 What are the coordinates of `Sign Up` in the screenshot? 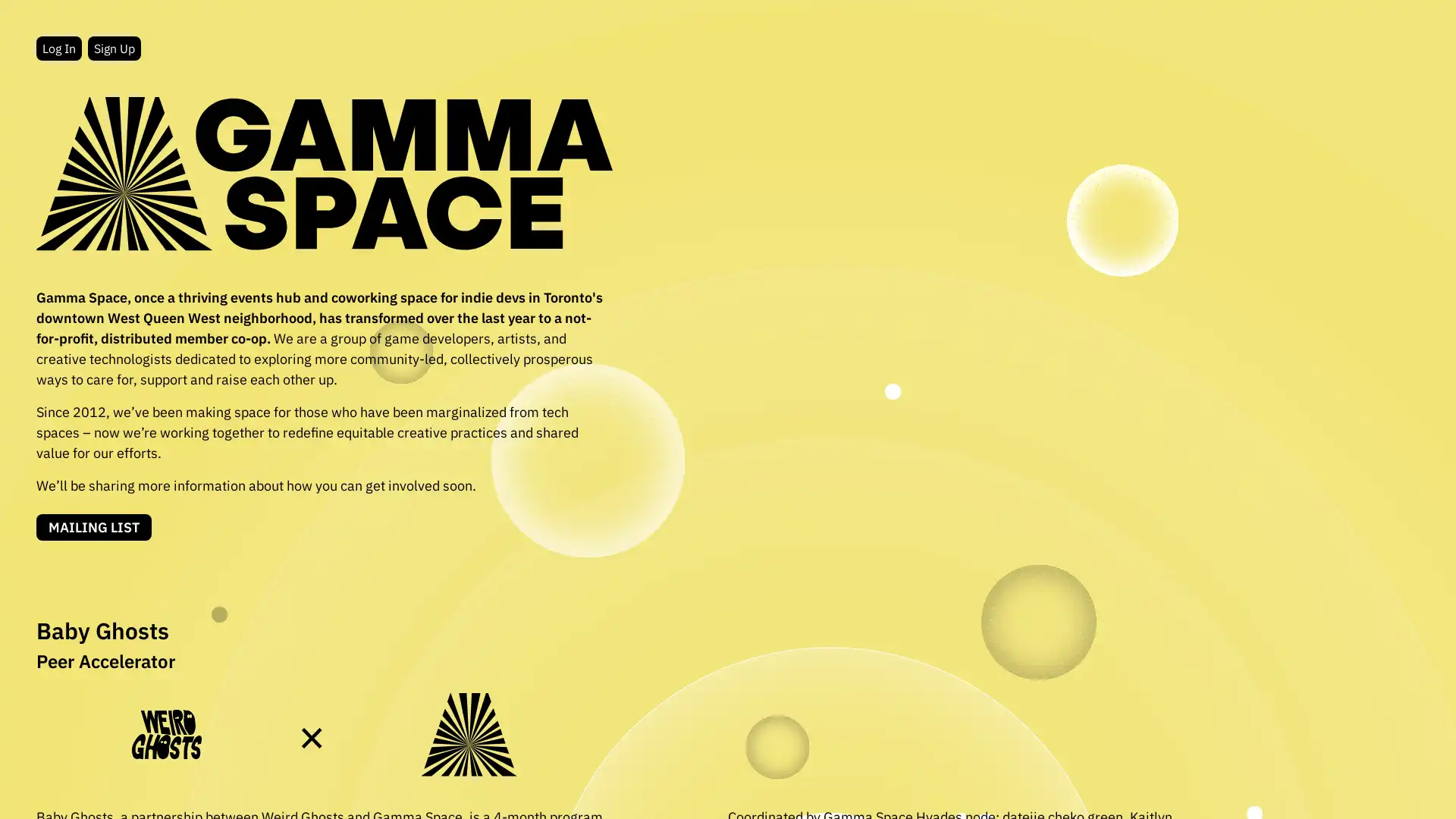 It's located at (113, 48).